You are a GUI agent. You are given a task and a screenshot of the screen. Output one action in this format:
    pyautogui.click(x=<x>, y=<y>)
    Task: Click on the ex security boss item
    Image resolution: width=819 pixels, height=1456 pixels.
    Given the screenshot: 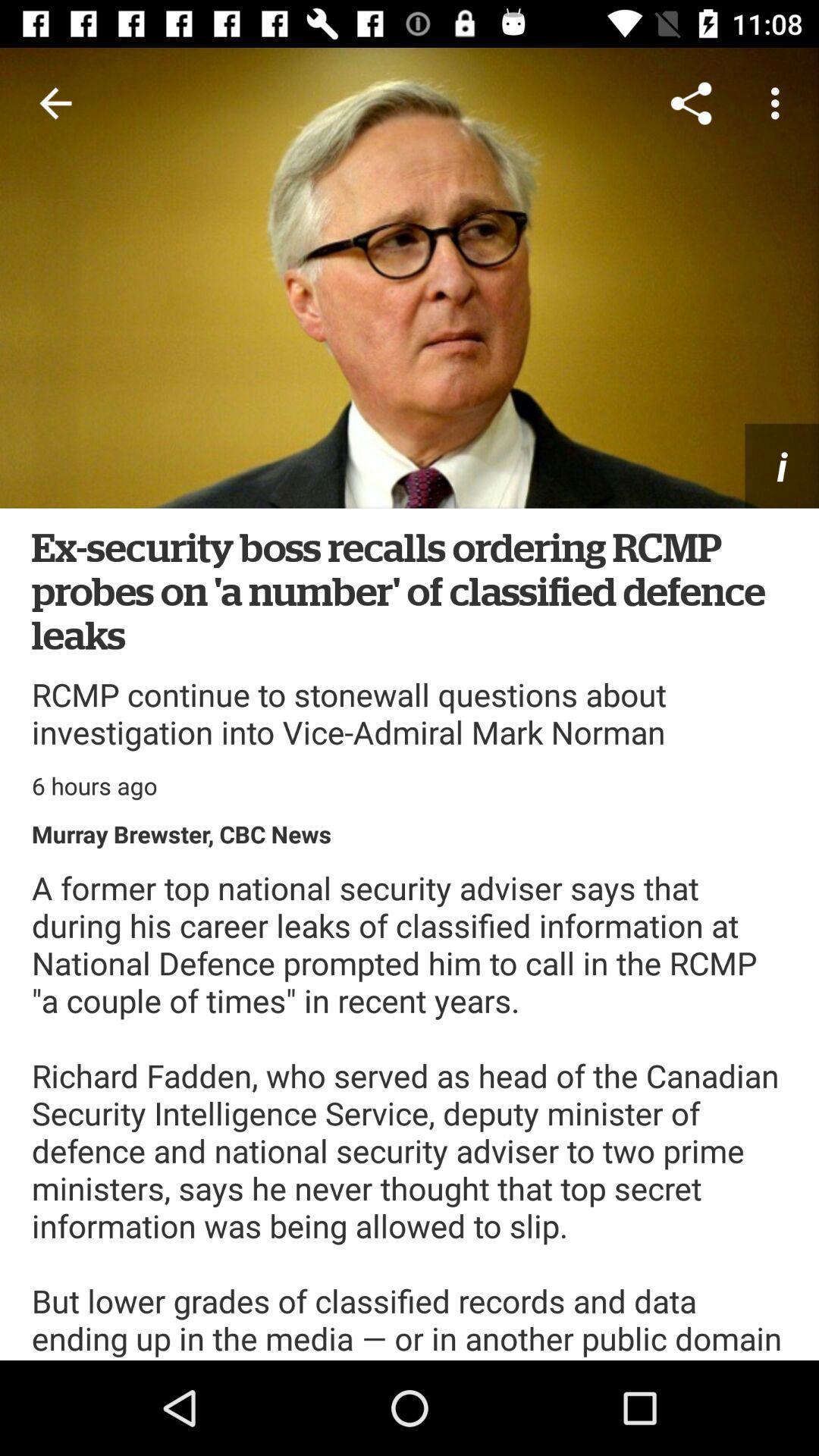 What is the action you would take?
    pyautogui.click(x=409, y=589)
    